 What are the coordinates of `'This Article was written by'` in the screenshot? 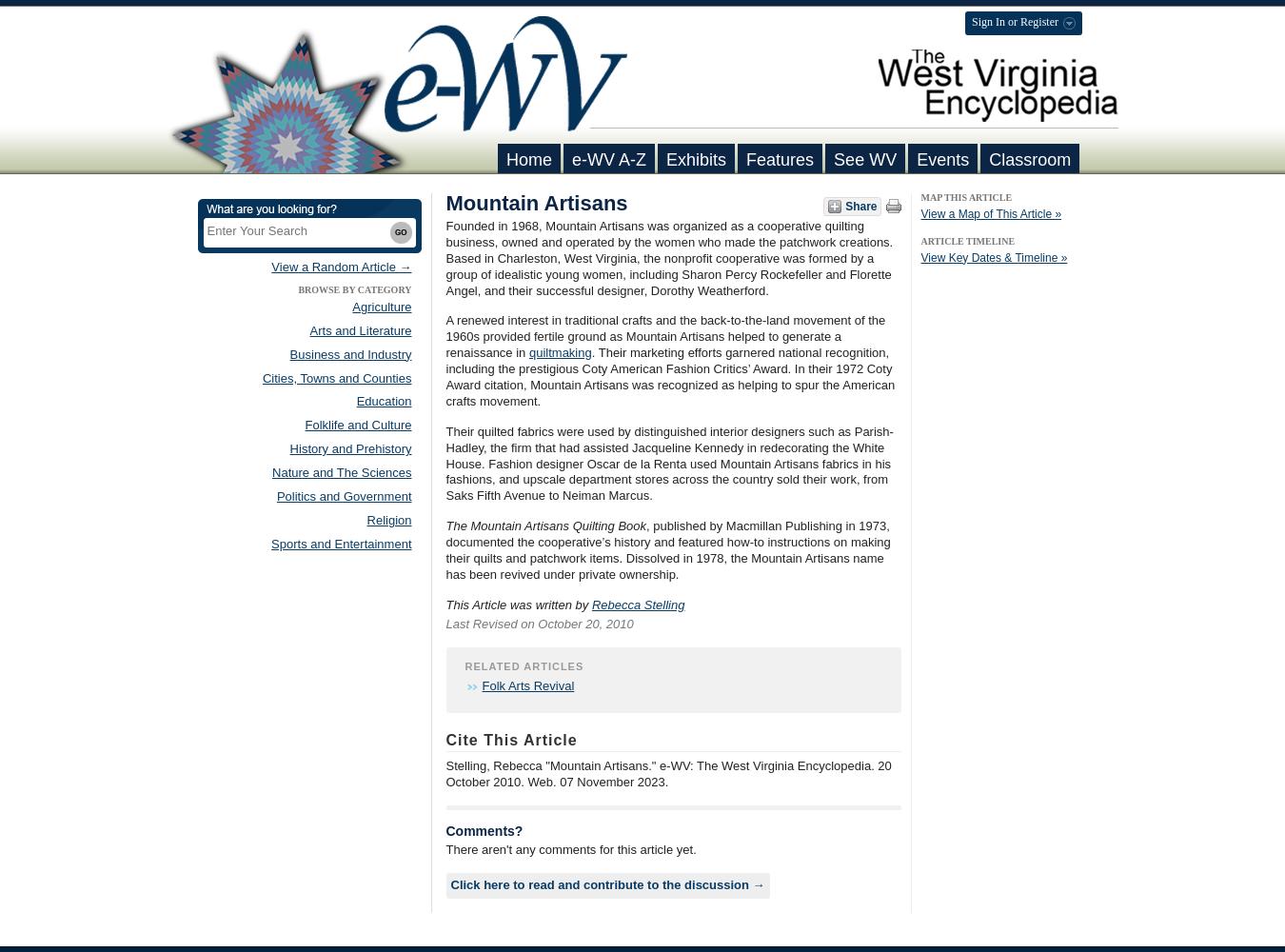 It's located at (517, 604).